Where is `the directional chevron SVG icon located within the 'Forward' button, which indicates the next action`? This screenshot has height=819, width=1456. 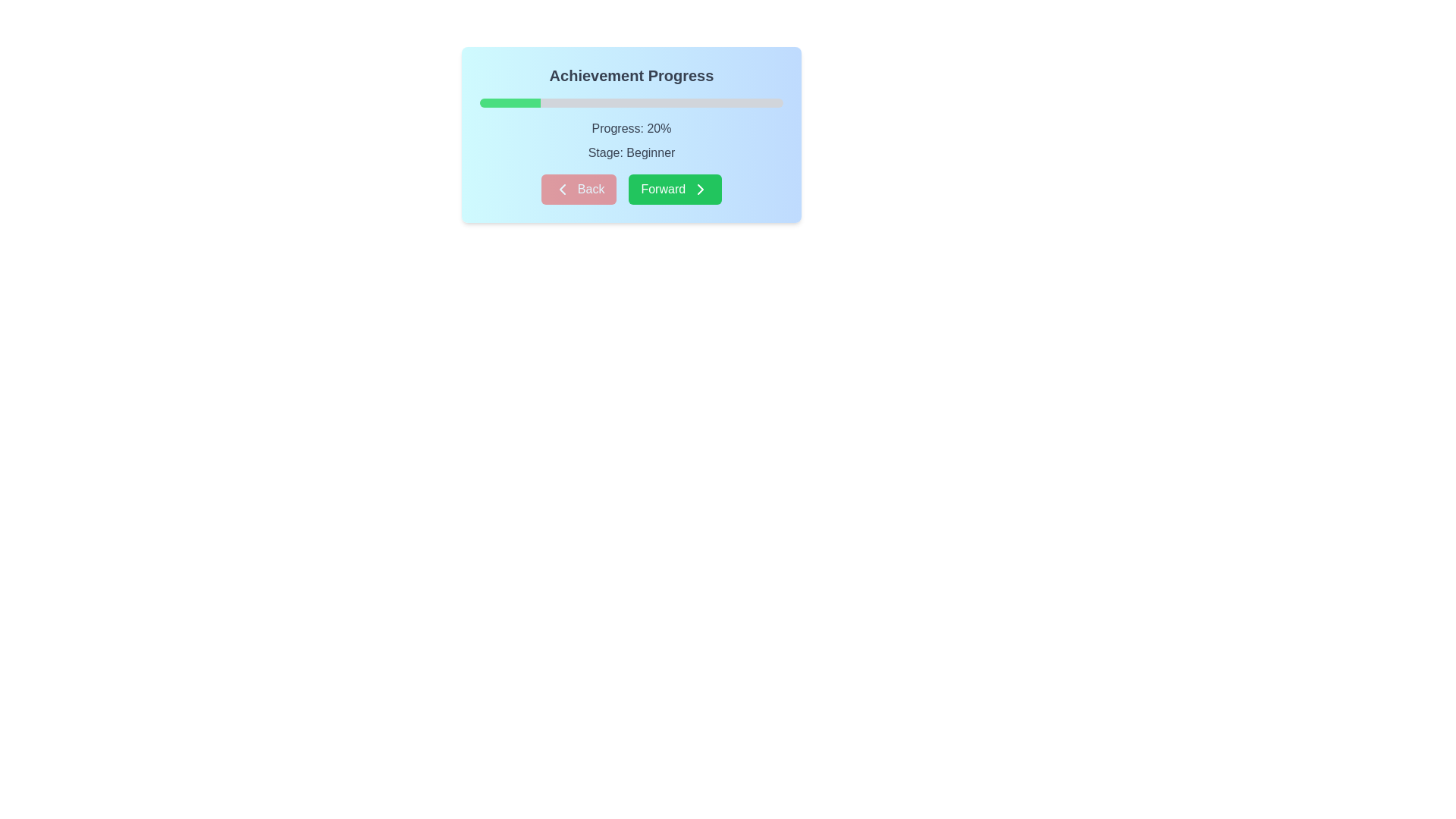 the directional chevron SVG icon located within the 'Forward' button, which indicates the next action is located at coordinates (700, 189).